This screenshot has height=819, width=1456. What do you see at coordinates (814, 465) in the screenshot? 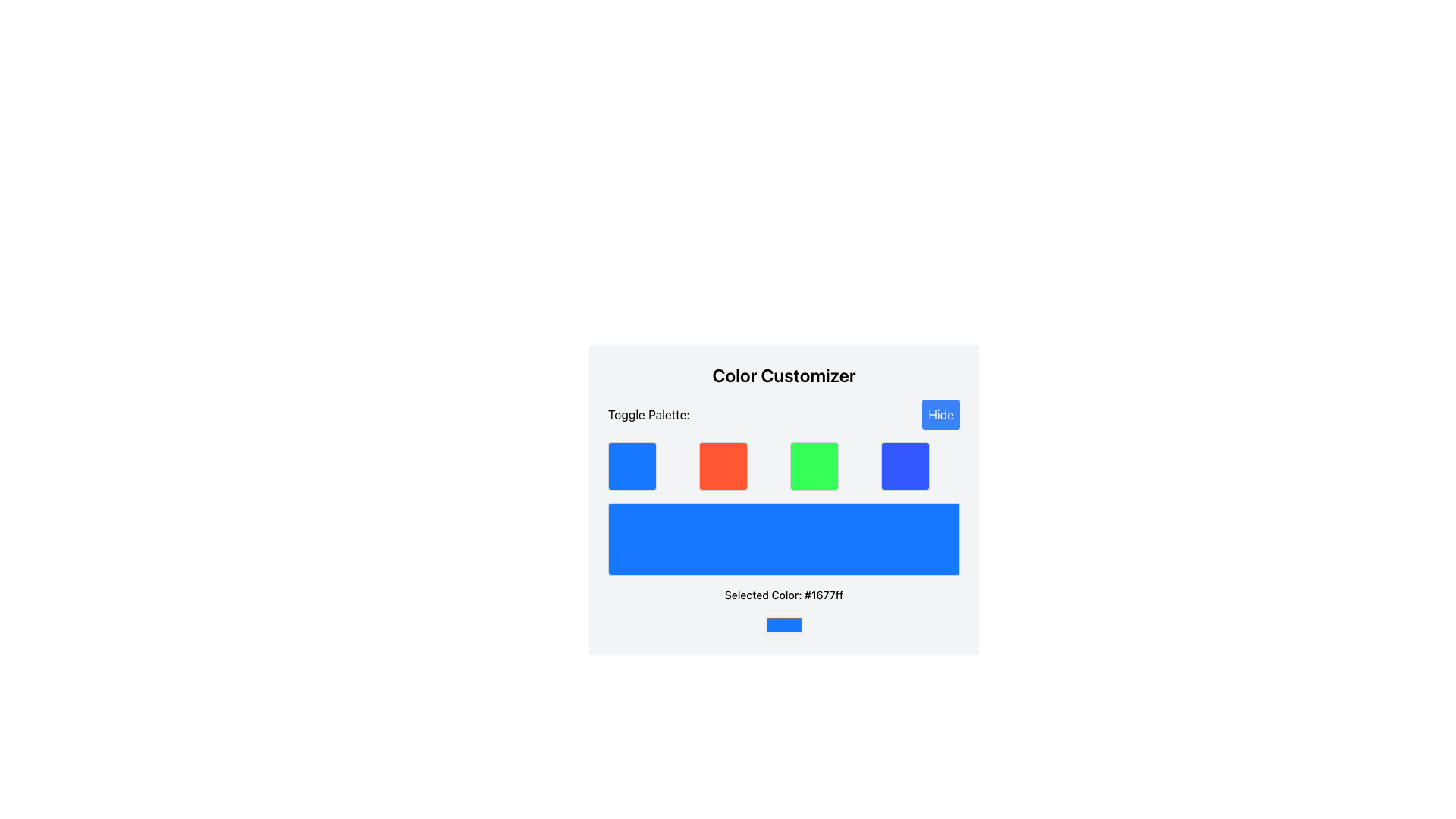
I see `the neon green color selection box, which is the third square in a horizontally aligned group of four colored squares` at bounding box center [814, 465].